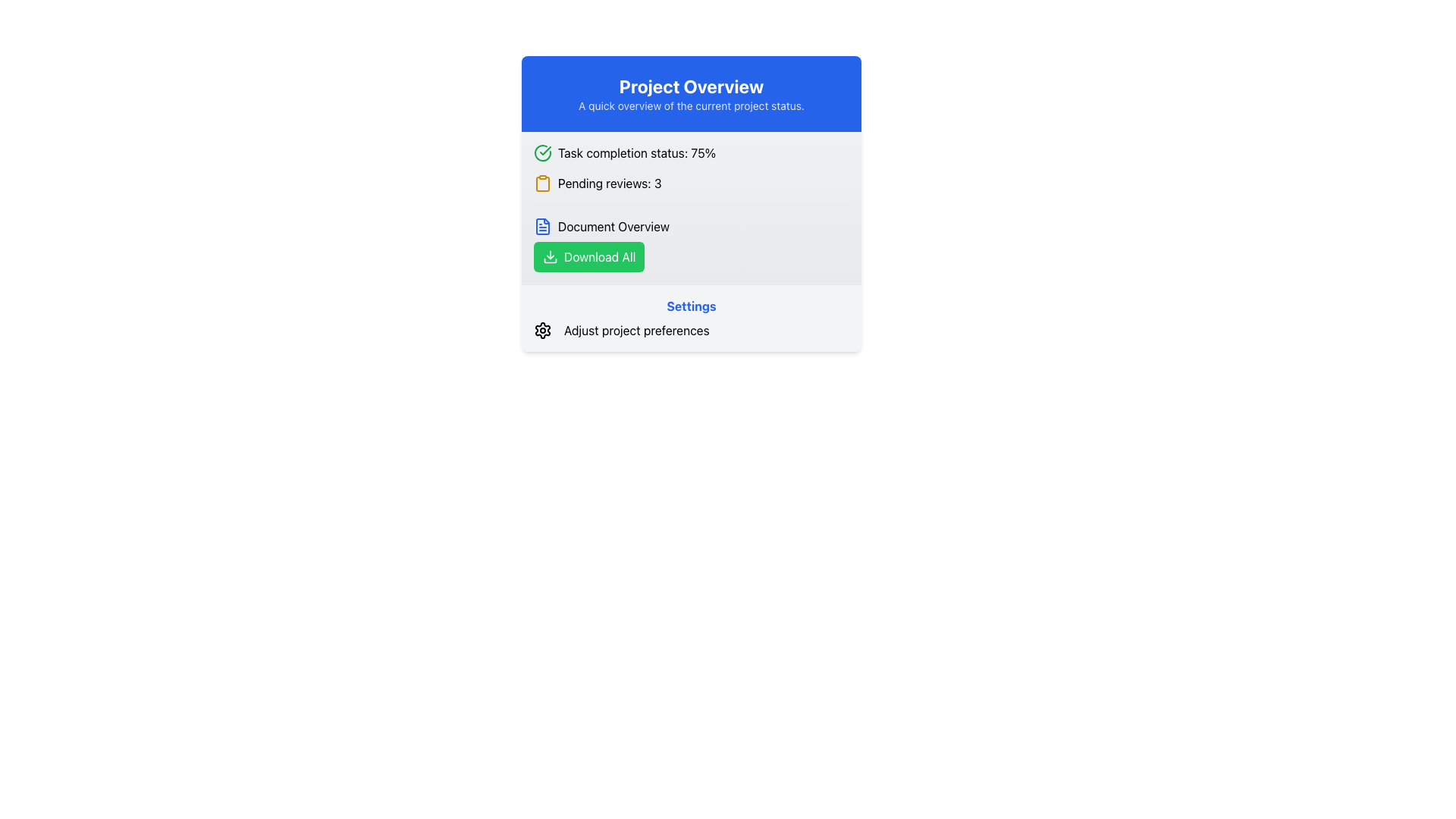  I want to click on the green 'Download All' button which contains a downward arrow SVG icon on its left side, so click(549, 256).